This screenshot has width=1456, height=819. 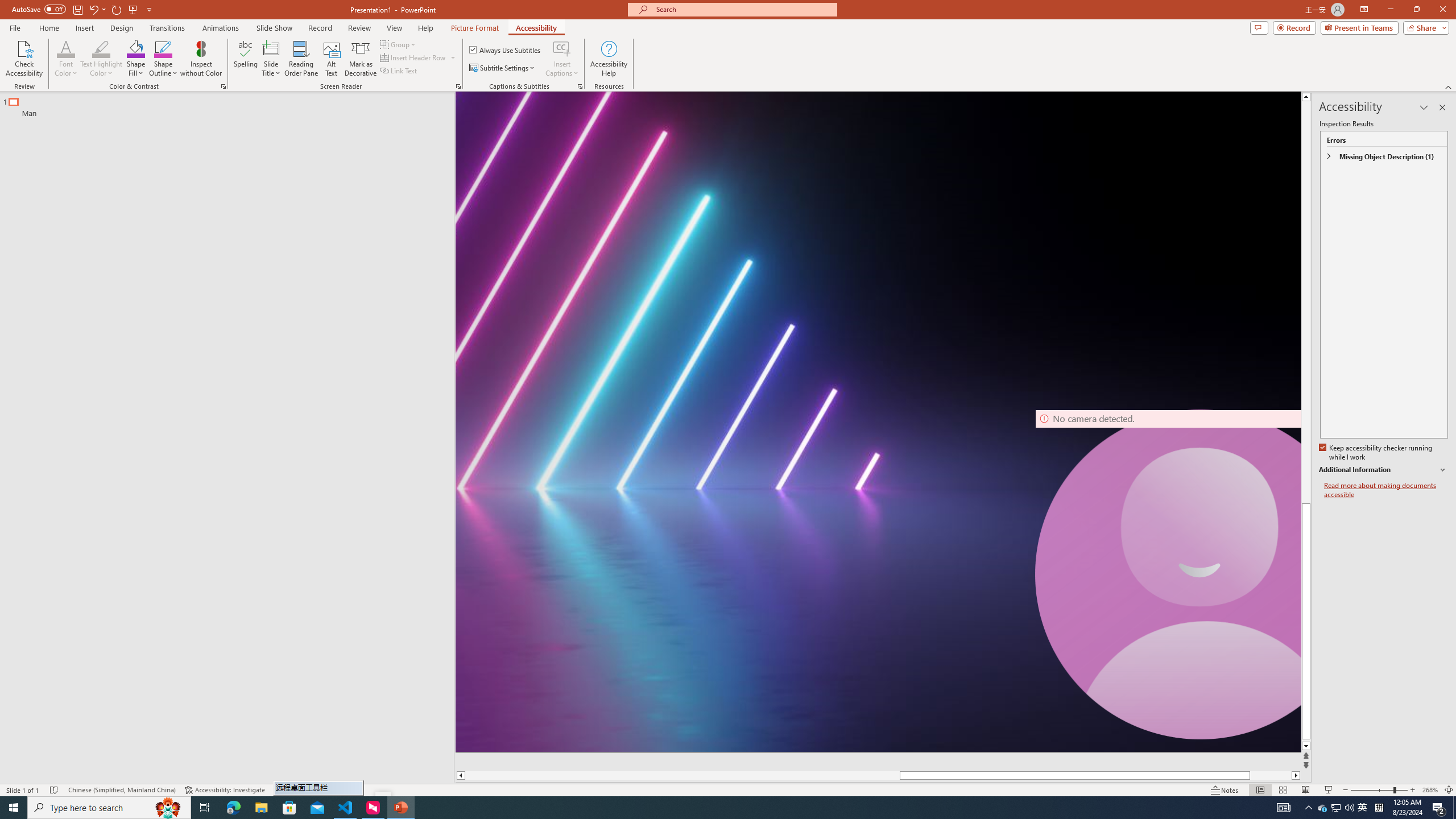 What do you see at coordinates (360, 59) in the screenshot?
I see `'Mark as Decorative'` at bounding box center [360, 59].